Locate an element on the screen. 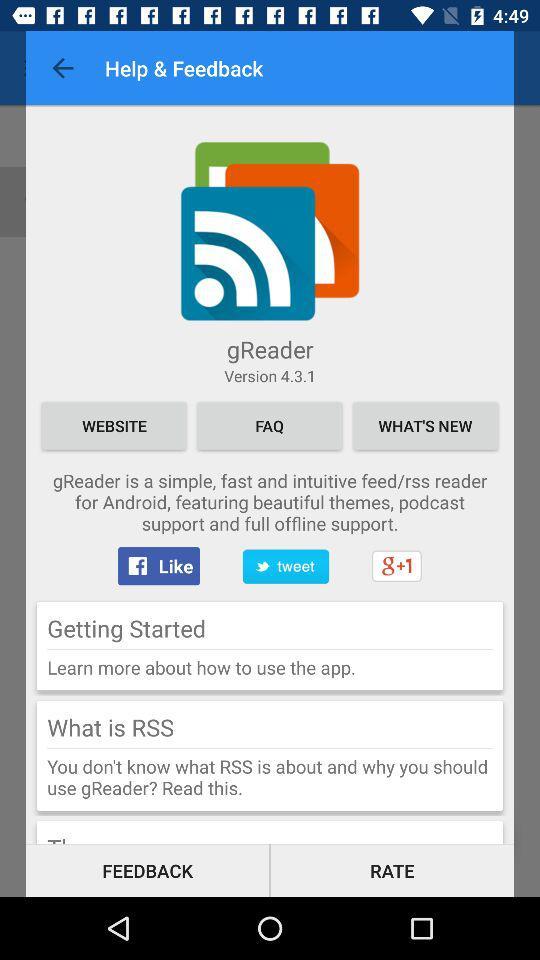 The height and width of the screenshot is (960, 540). the item next to the help & feedback icon is located at coordinates (63, 68).